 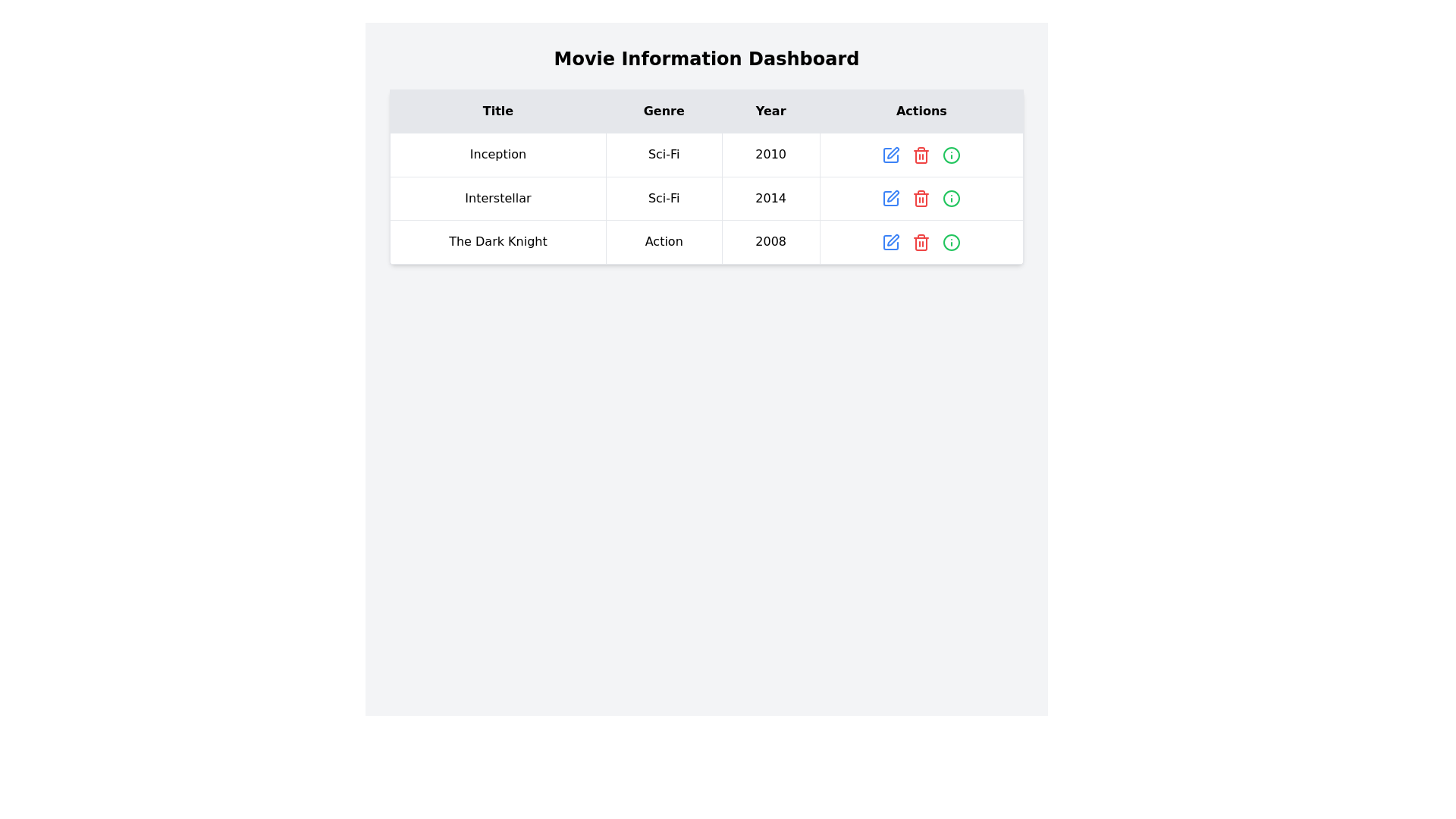 What do you see at coordinates (921, 155) in the screenshot?
I see `the delete icon button in the Actions column of the second row for the movie 'Interstellar'` at bounding box center [921, 155].